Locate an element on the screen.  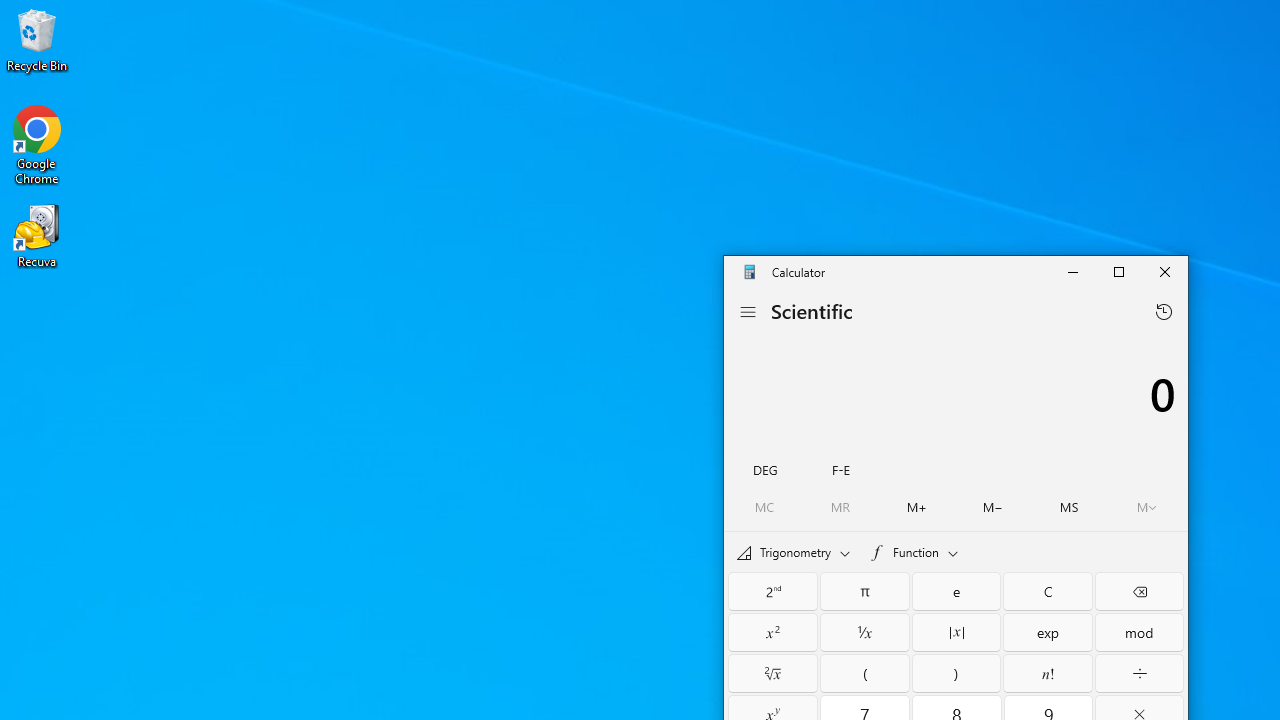
'Functions' is located at coordinates (912, 552).